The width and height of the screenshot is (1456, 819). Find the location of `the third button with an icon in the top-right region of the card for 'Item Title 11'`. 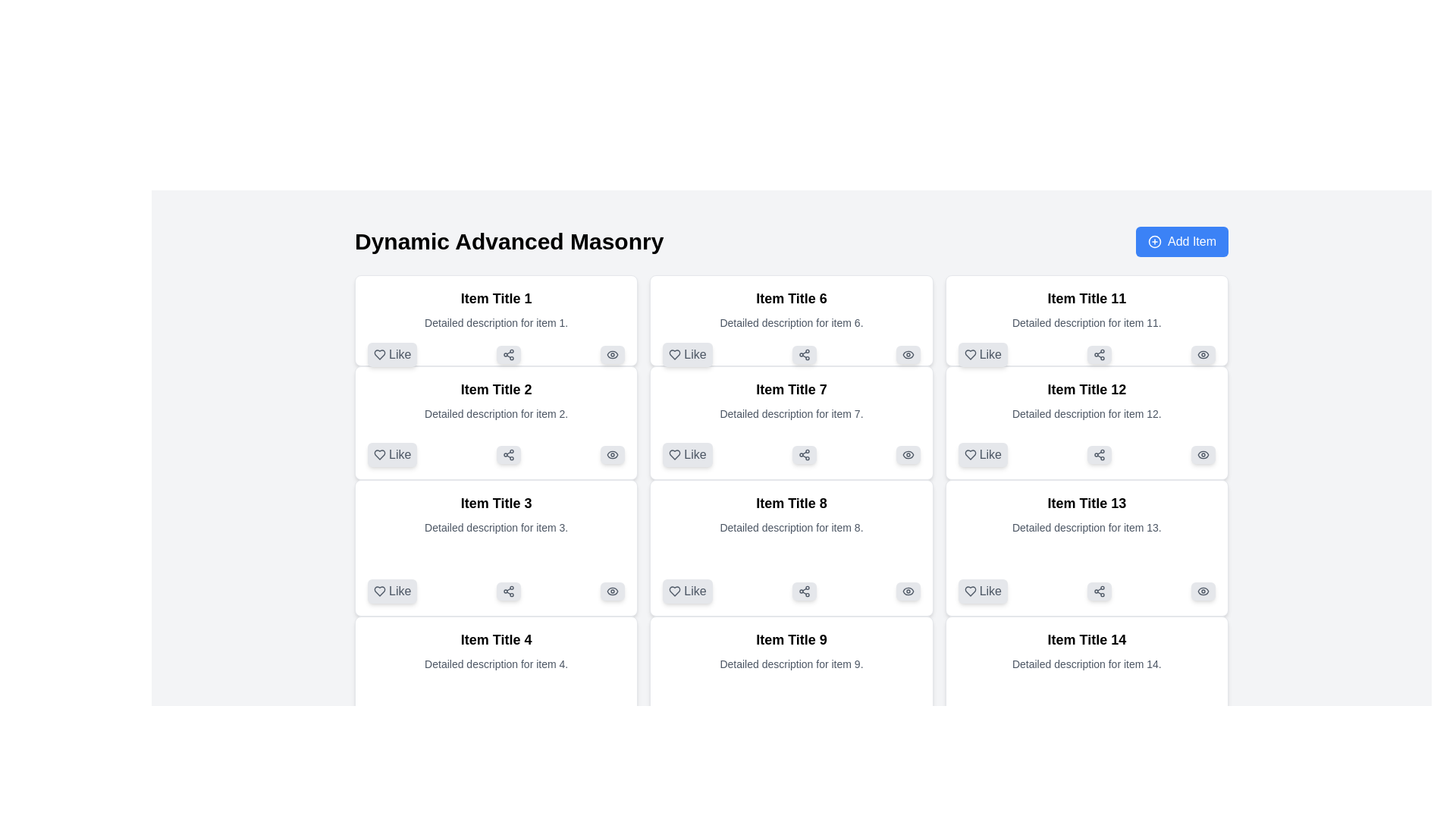

the third button with an icon in the top-right region of the card for 'Item Title 11' is located at coordinates (1203, 354).